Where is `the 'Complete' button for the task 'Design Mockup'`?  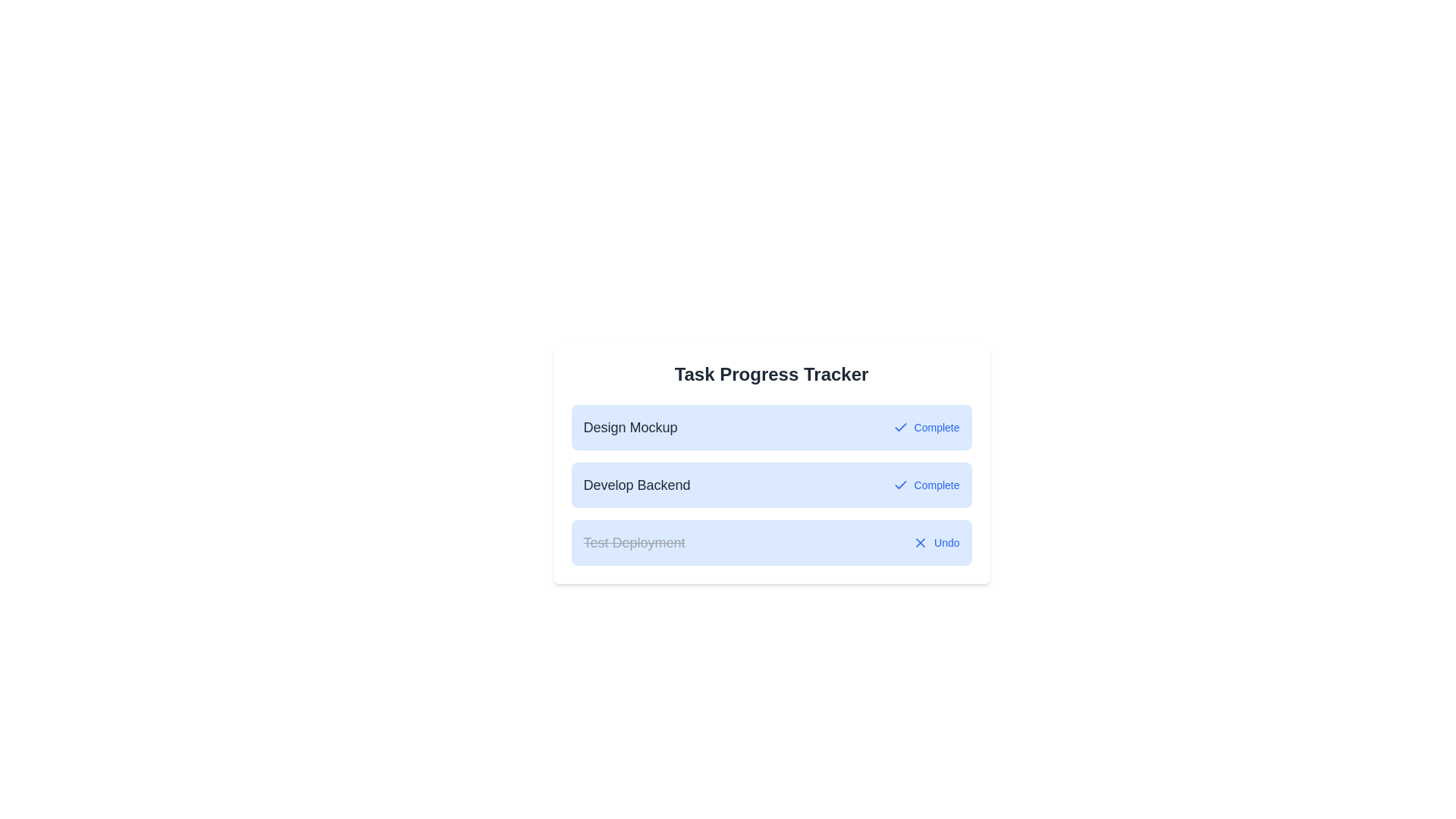
the 'Complete' button for the task 'Design Mockup' is located at coordinates (925, 427).